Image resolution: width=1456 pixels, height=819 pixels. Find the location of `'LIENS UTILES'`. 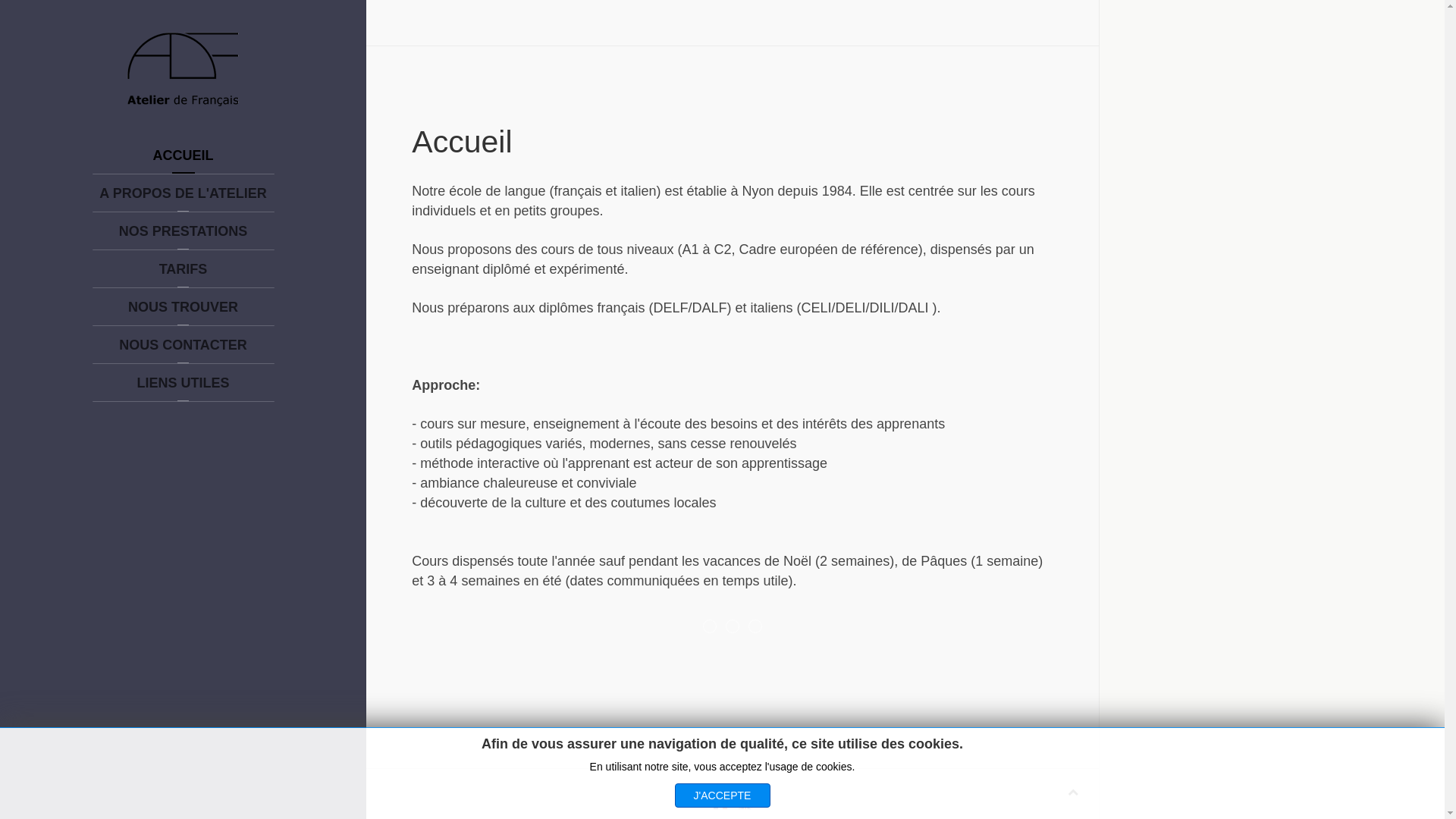

'LIENS UTILES' is located at coordinates (182, 382).